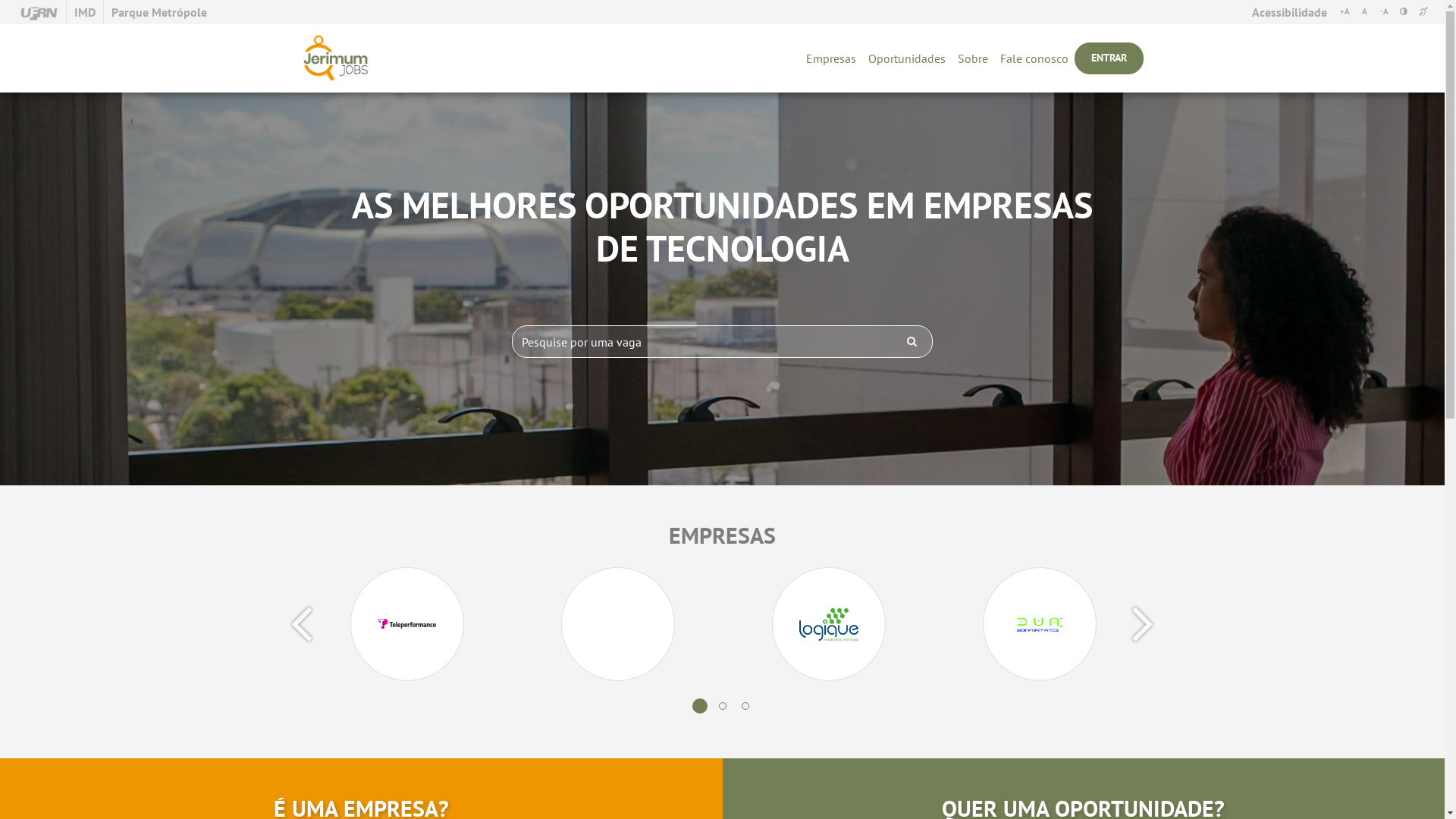 The width and height of the screenshot is (1456, 819). Describe the element at coordinates (1033, 58) in the screenshot. I see `'Fale conosco'` at that location.